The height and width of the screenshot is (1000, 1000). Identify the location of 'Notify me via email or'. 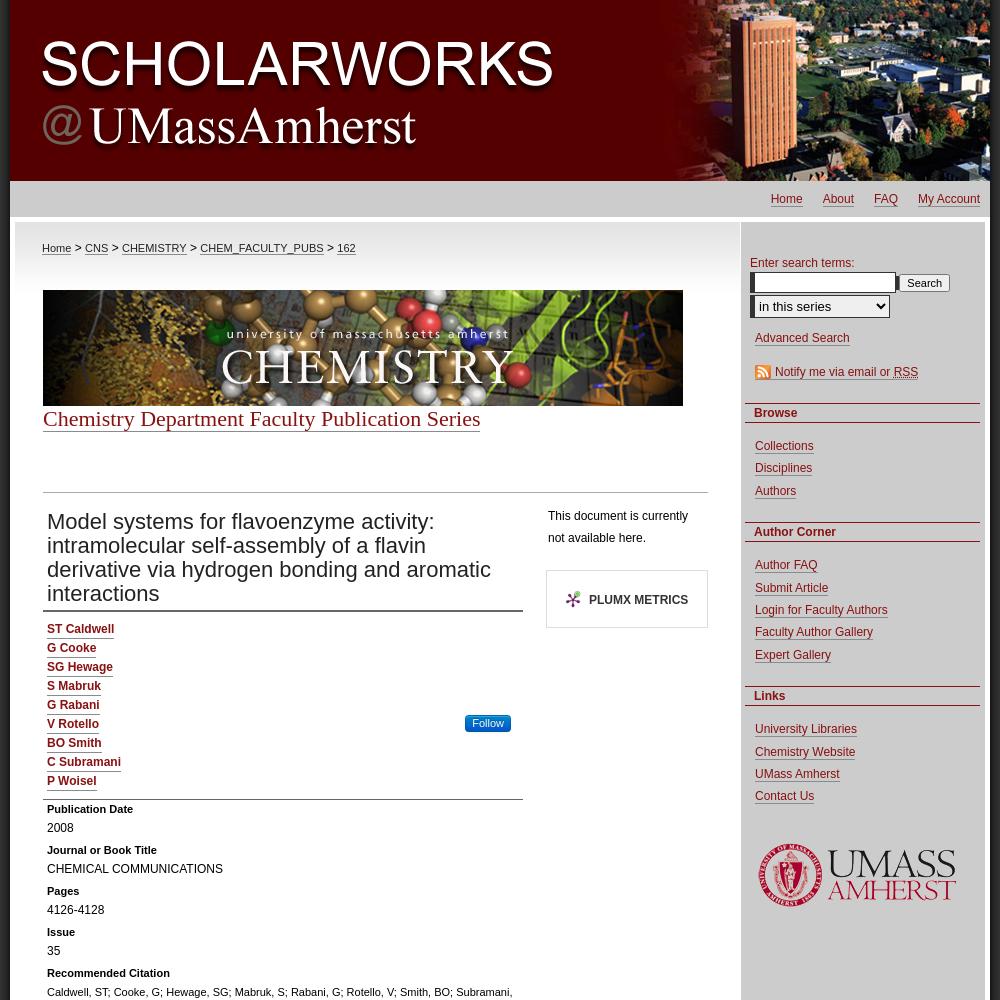
(833, 370).